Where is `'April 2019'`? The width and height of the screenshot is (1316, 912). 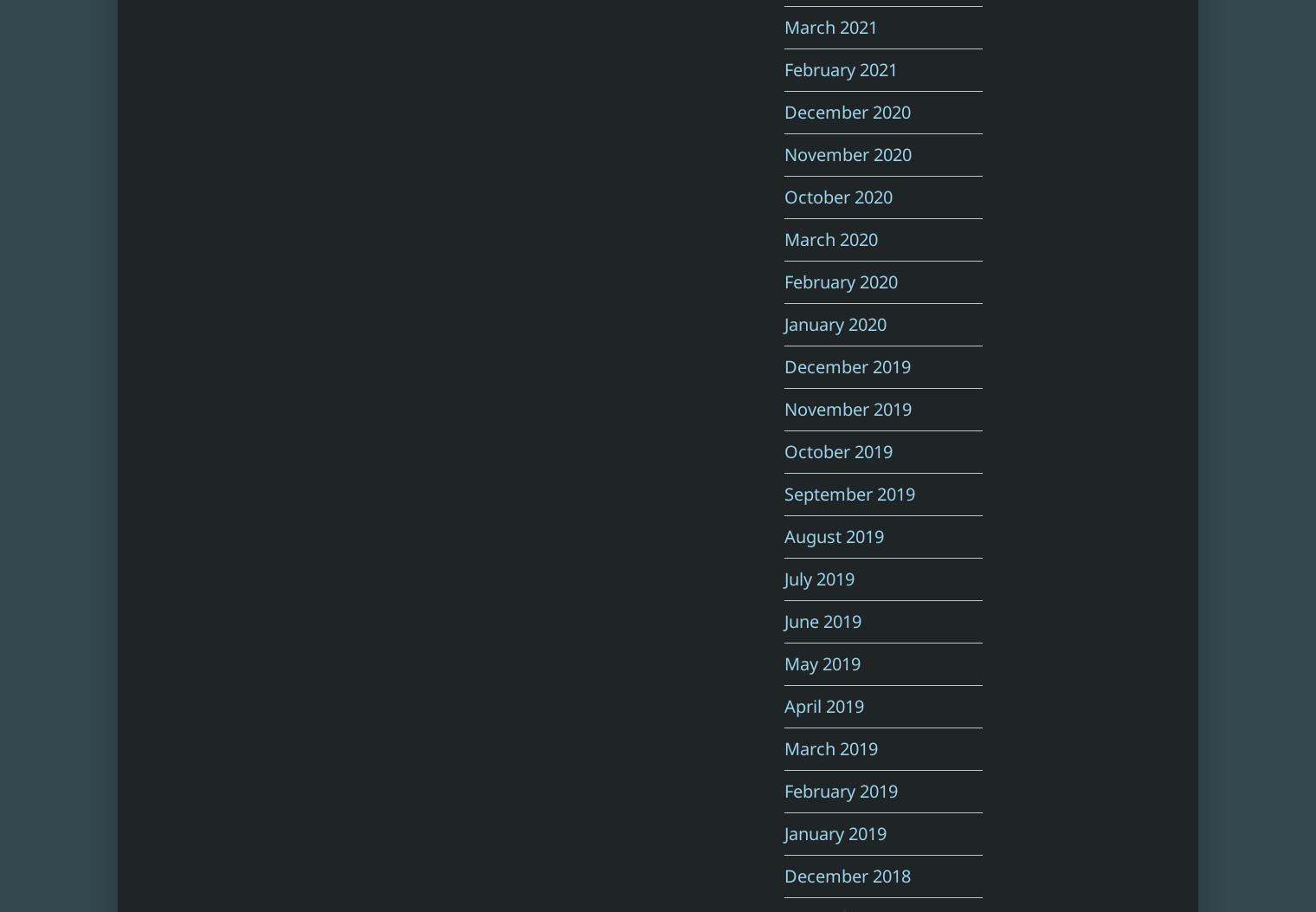
'April 2019' is located at coordinates (822, 705).